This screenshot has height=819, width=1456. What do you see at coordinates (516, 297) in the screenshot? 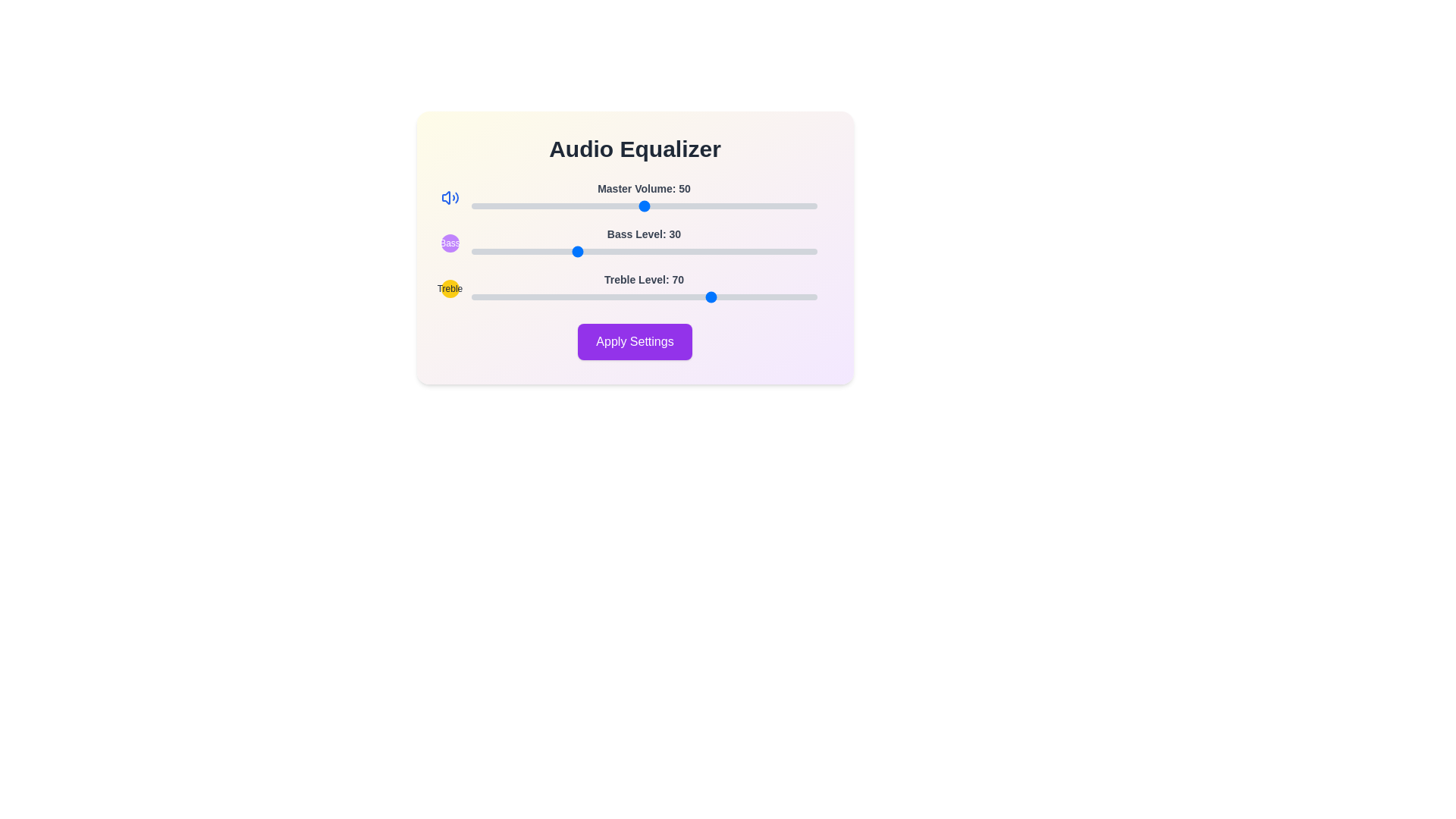
I see `Treble Level` at bounding box center [516, 297].